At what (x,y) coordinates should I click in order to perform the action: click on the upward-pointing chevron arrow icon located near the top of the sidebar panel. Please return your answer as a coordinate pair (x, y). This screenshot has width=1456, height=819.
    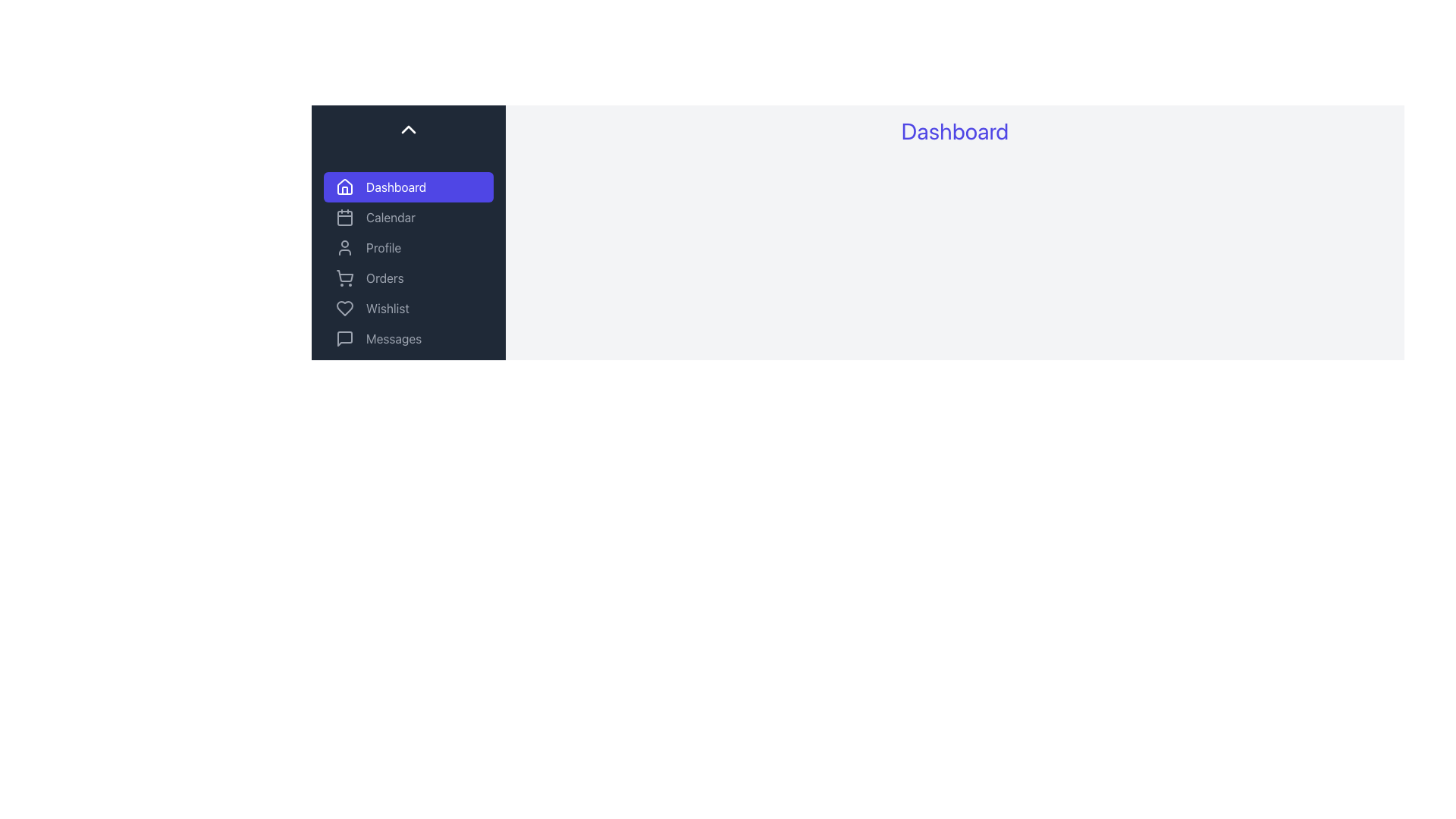
    Looking at the image, I should click on (408, 128).